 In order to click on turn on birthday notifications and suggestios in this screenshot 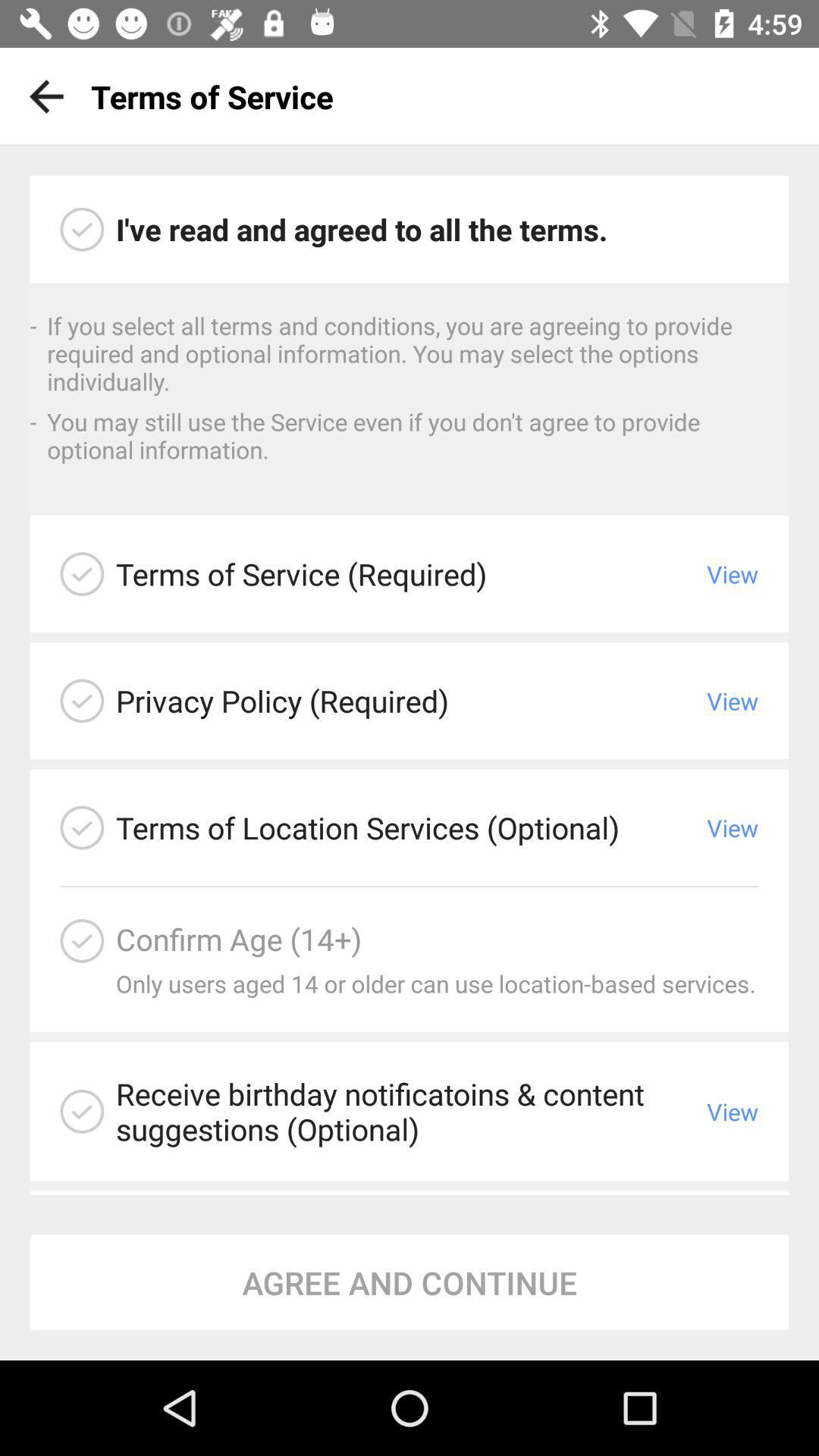, I will do `click(82, 1111)`.